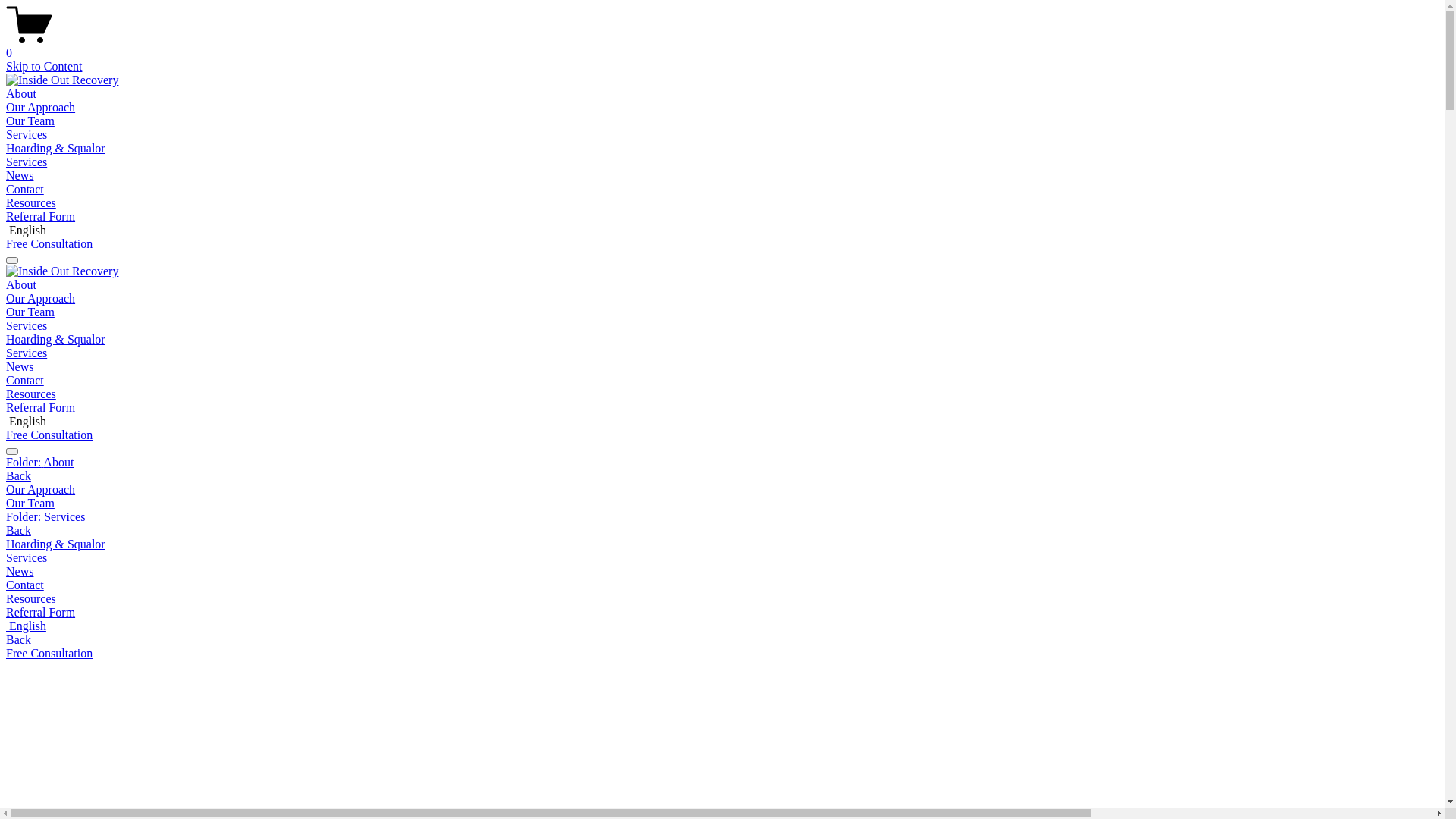 The height and width of the screenshot is (819, 1456). I want to click on 'Skip to Content', so click(43, 65).